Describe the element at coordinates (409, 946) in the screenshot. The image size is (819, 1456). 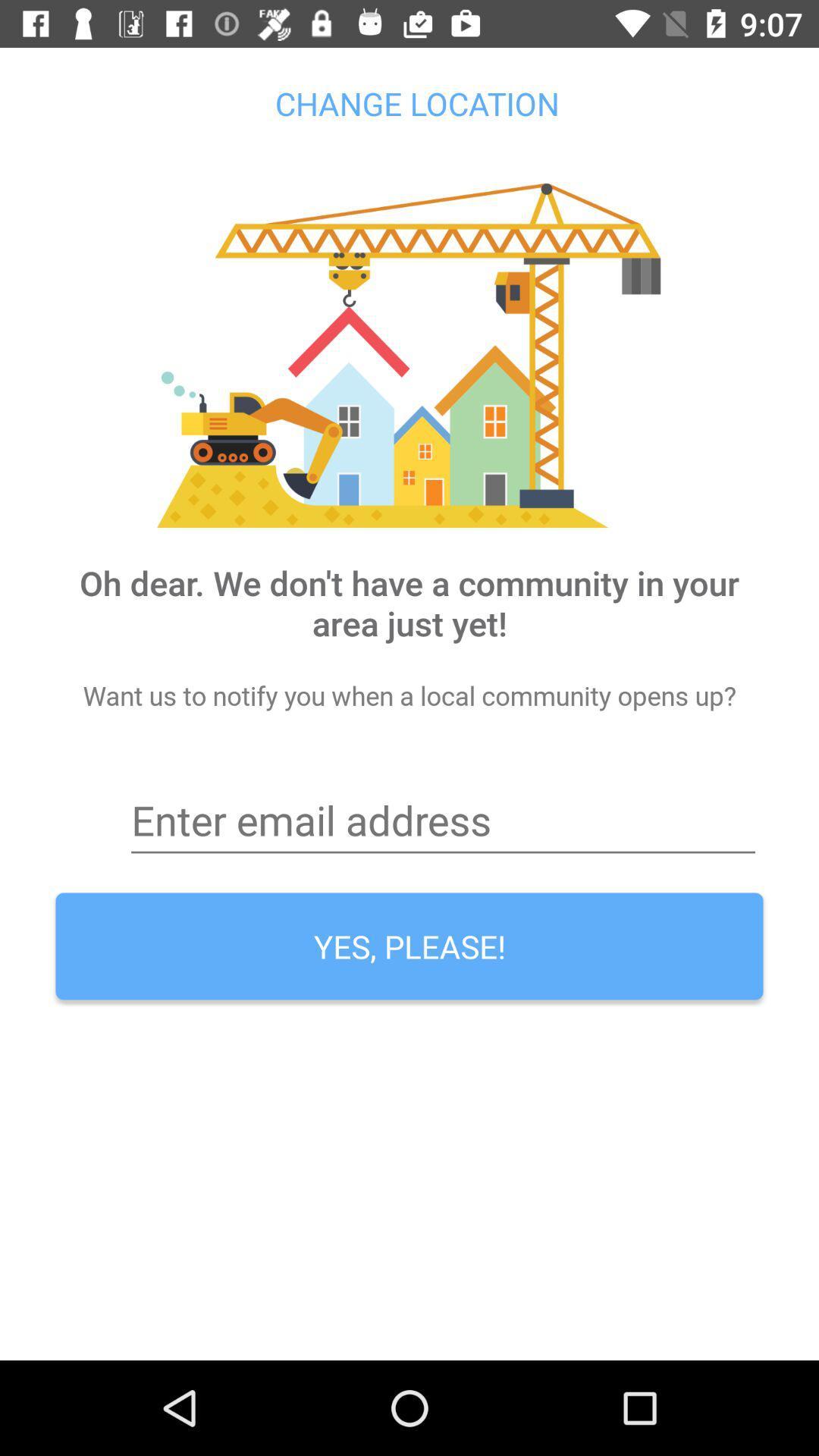
I see `the yes, please!` at that location.